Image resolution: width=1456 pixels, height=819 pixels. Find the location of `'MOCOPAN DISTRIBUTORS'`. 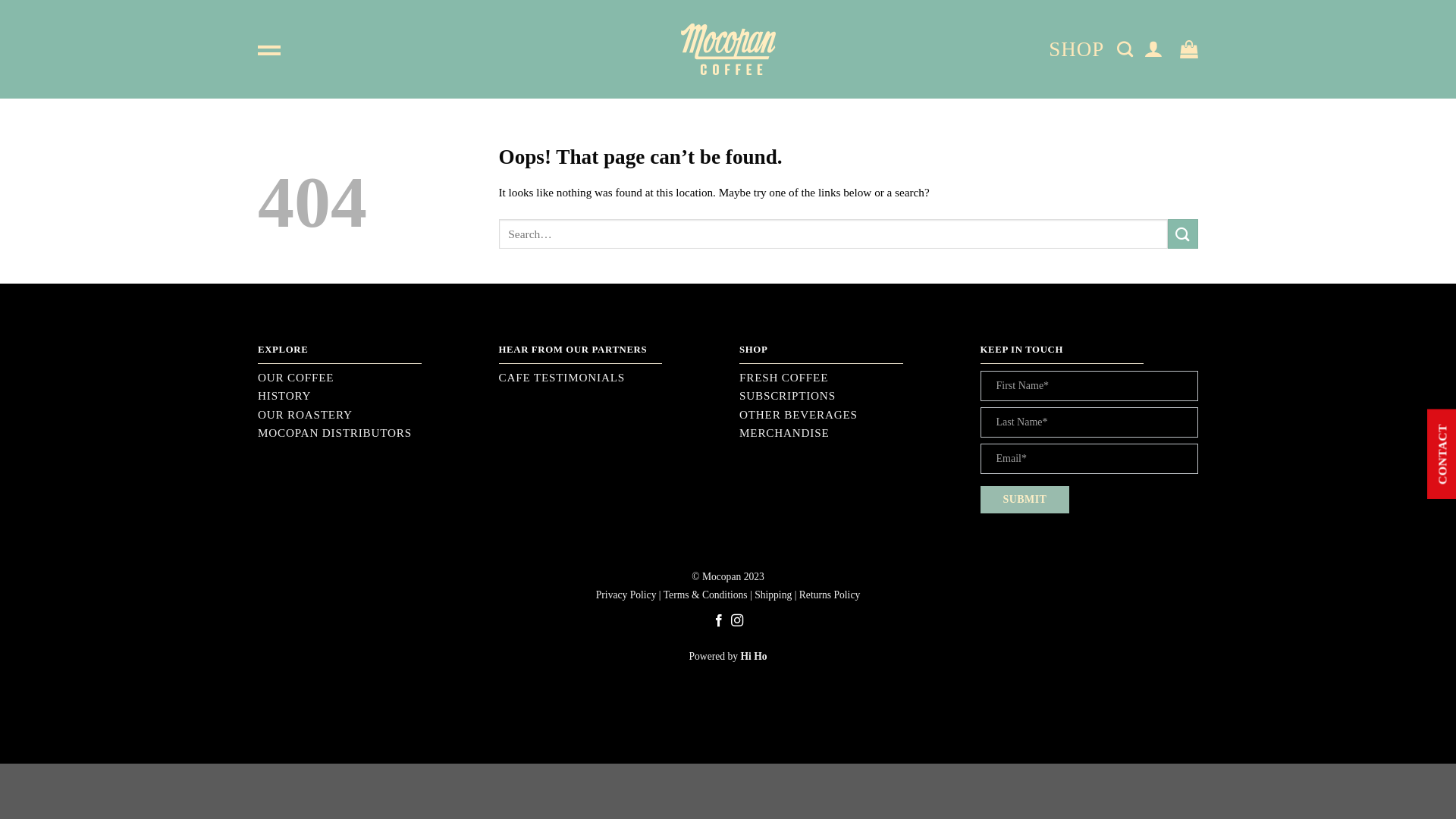

'MOCOPAN DISTRIBUTORS' is located at coordinates (367, 432).